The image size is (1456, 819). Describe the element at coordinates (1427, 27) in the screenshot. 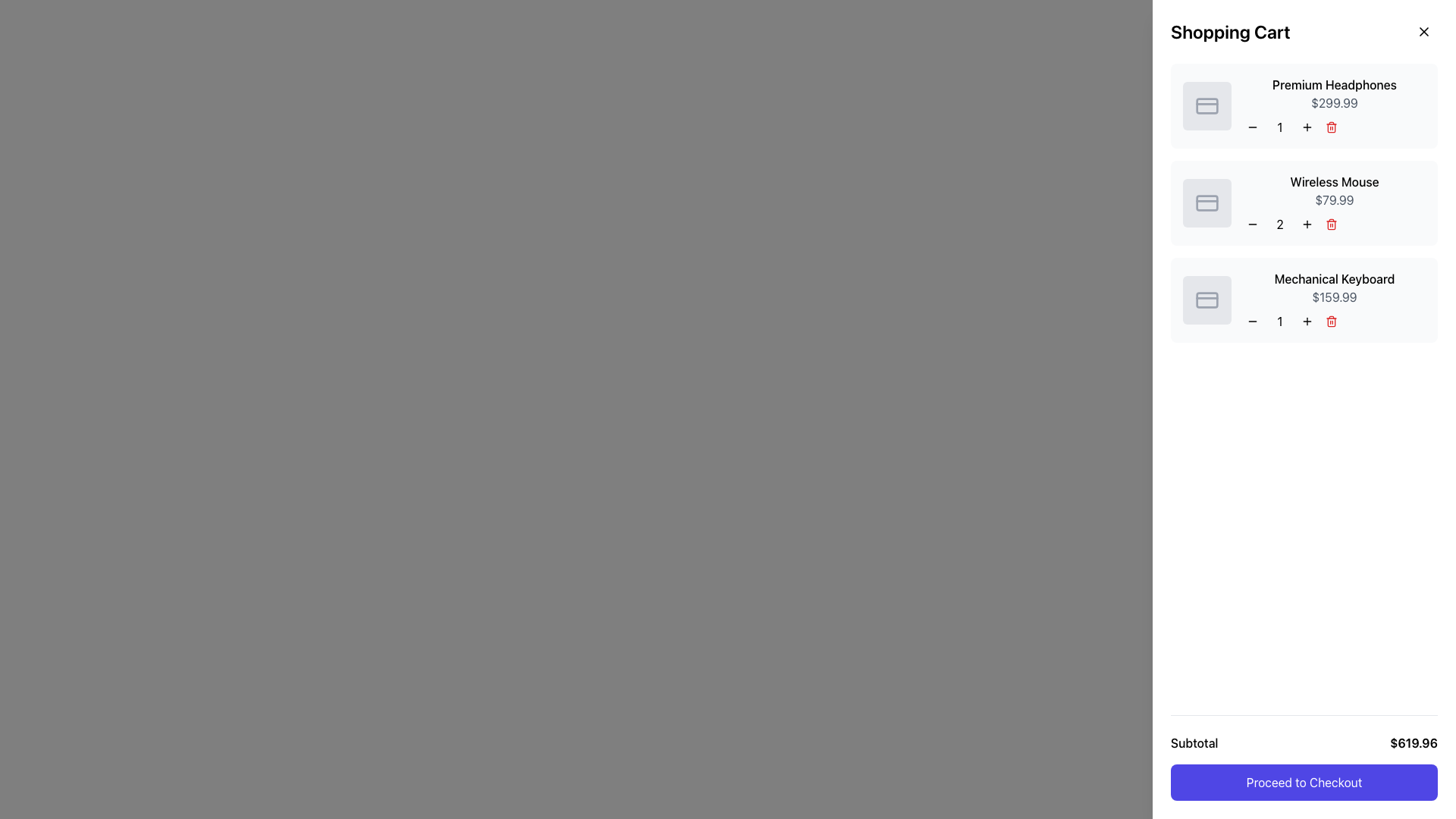

I see `the shopping cart button located in the top-right corner of the interface` at that location.